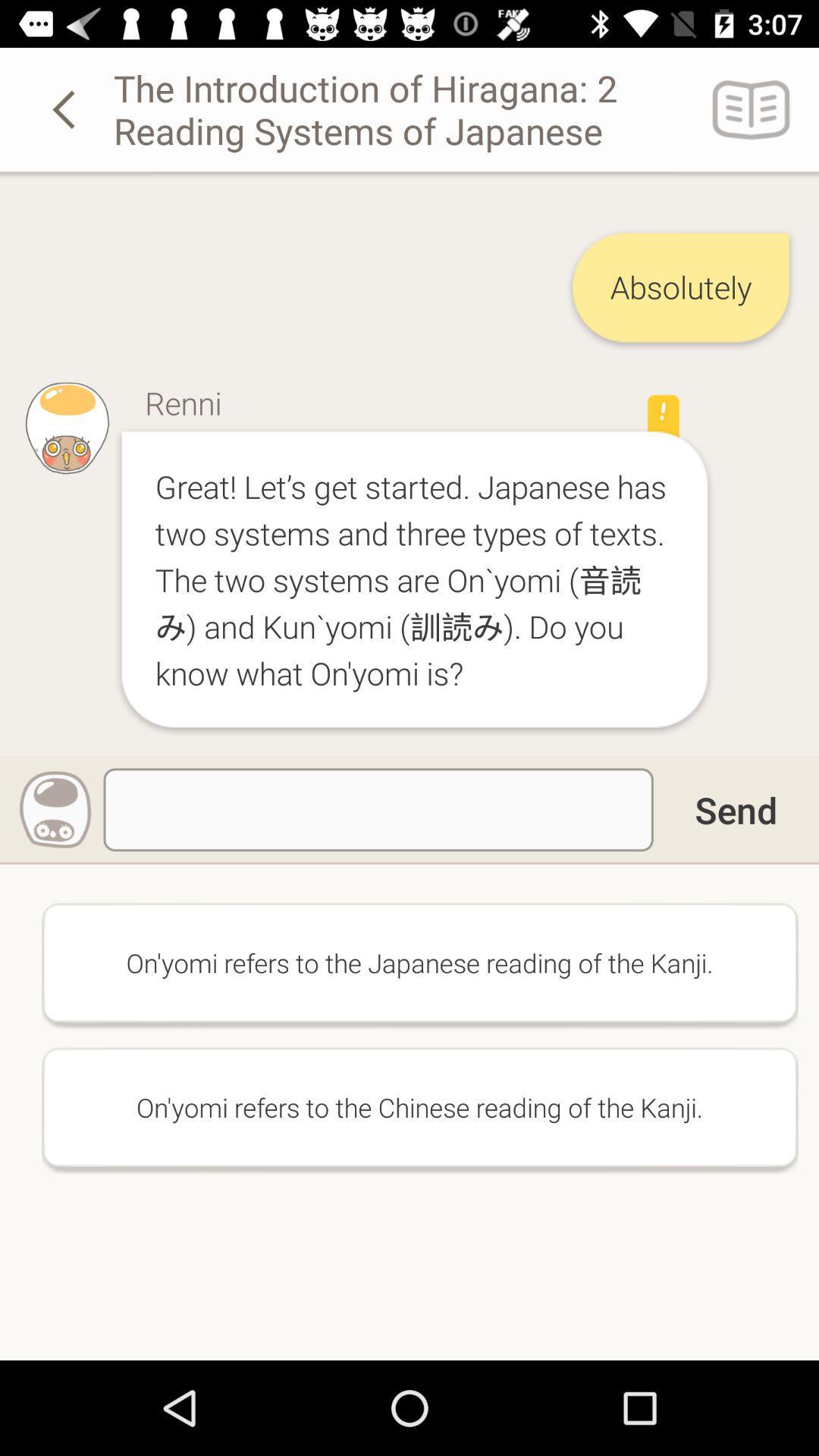  Describe the element at coordinates (66, 108) in the screenshot. I see `the arrow_backward icon` at that location.